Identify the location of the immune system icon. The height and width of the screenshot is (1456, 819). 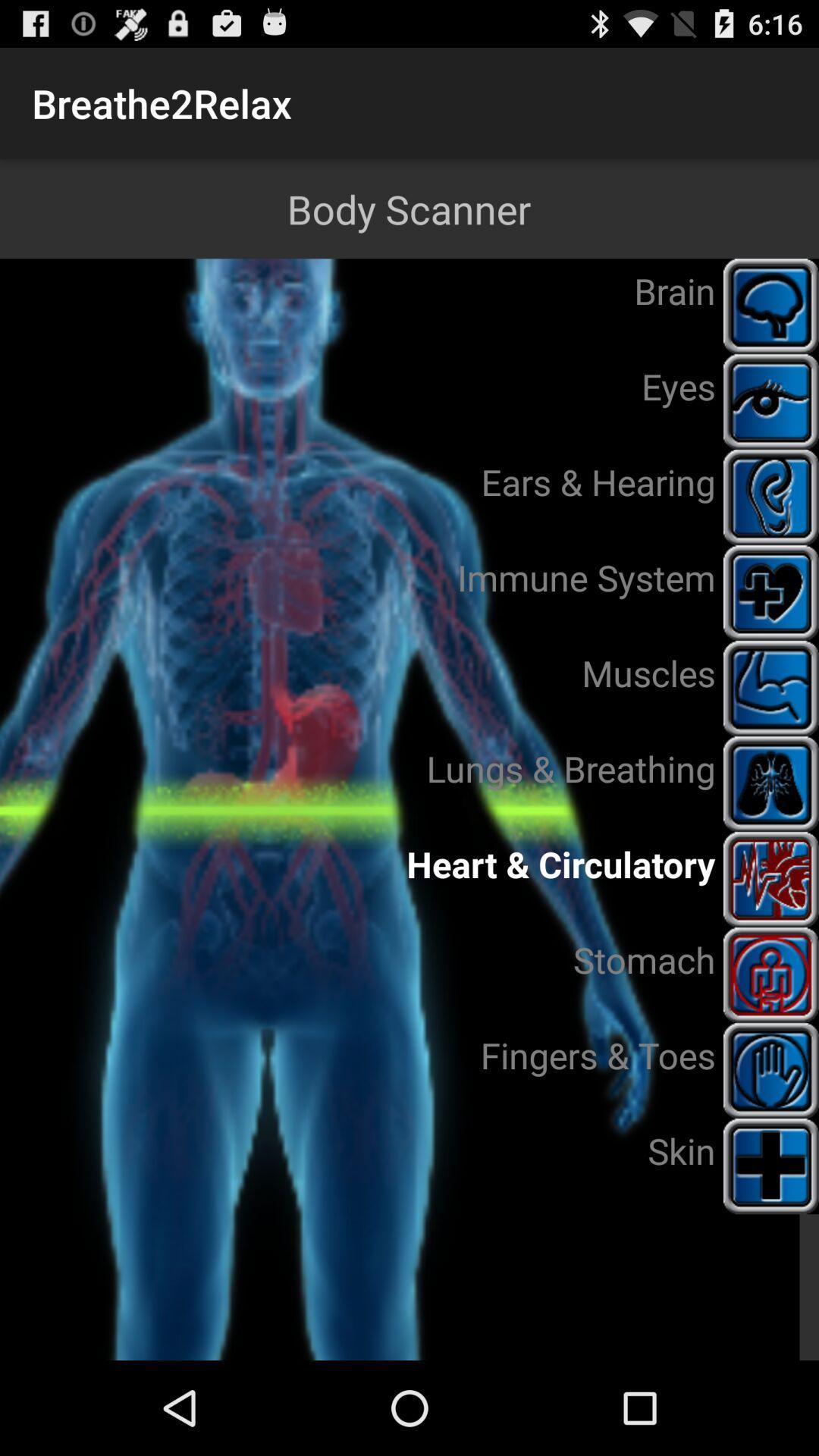
(771, 592).